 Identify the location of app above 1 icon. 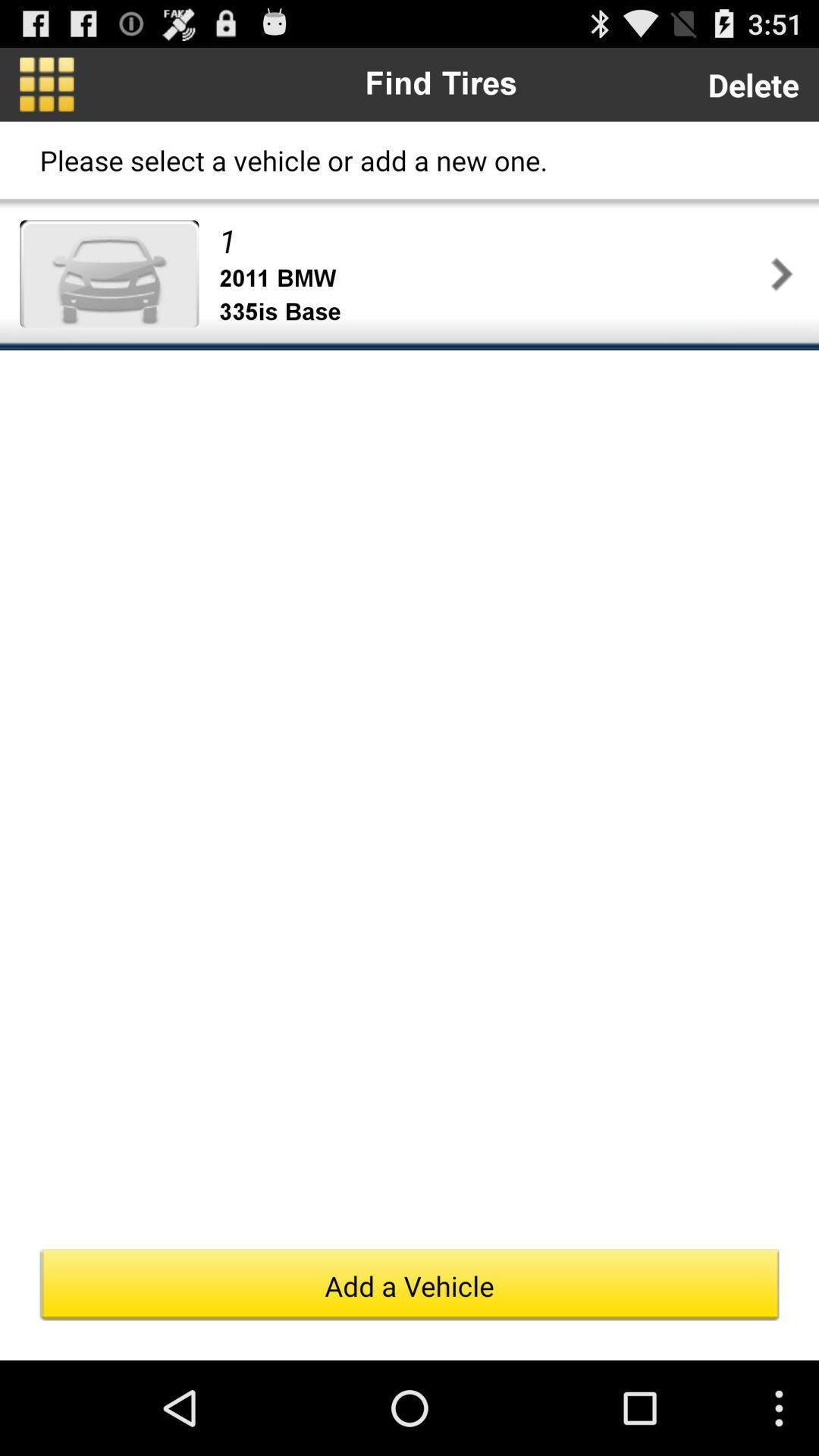
(753, 83).